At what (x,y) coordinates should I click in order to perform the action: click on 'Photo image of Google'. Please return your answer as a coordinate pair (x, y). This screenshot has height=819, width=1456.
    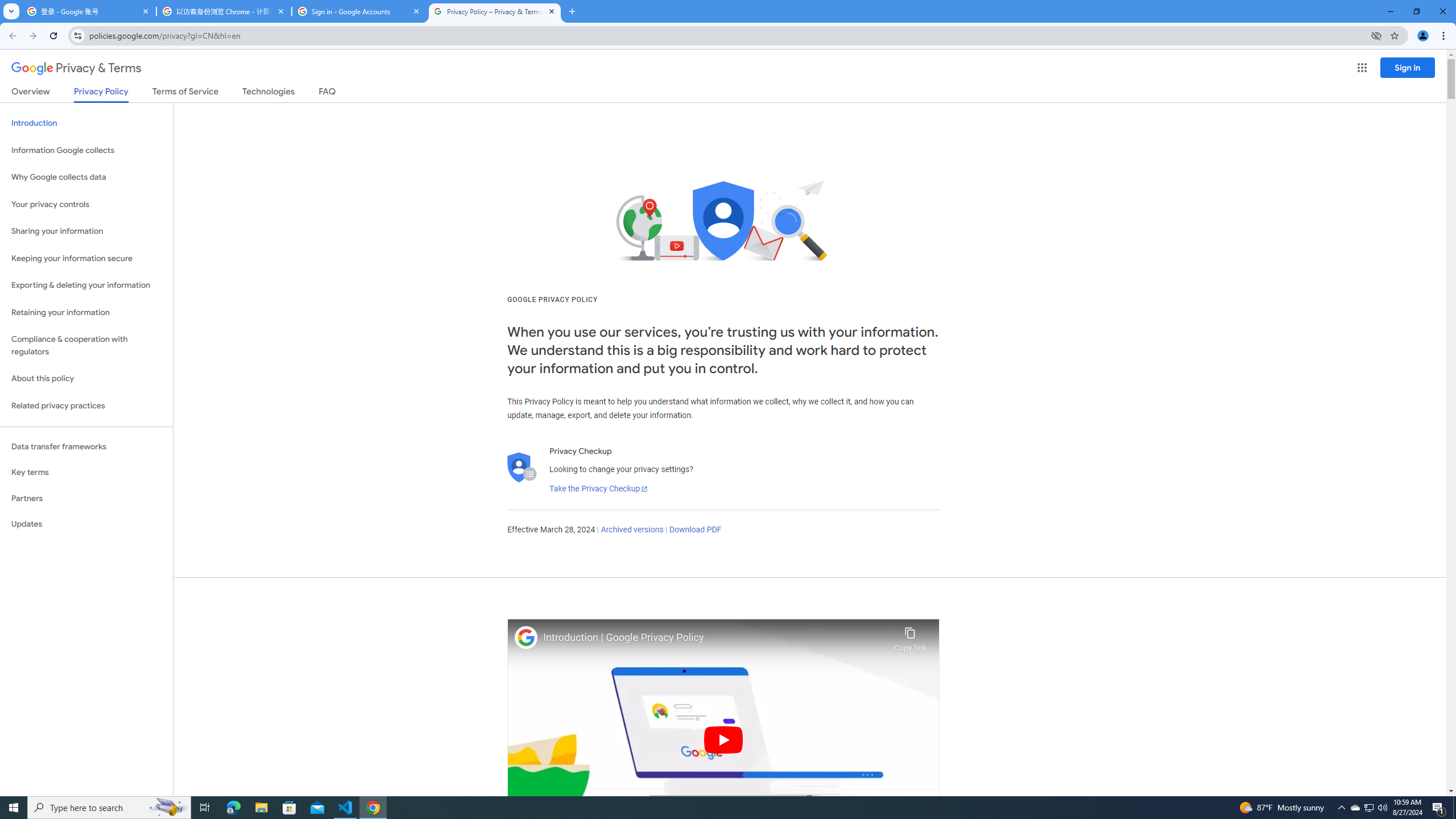
    Looking at the image, I should click on (526, 636).